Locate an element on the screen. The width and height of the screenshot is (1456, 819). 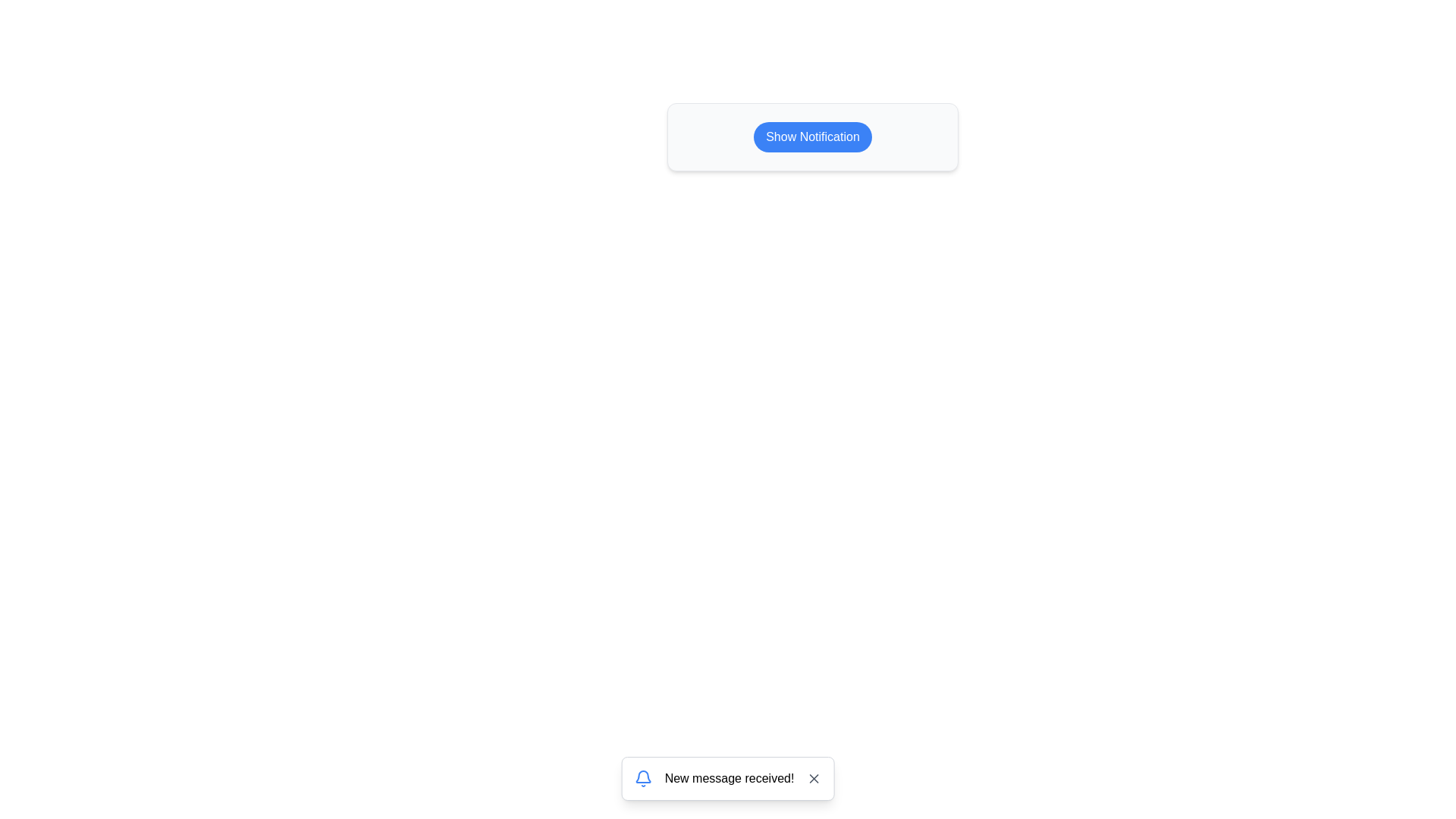
the 'Show Notification' button to trigger the notification display is located at coordinates (811, 137).